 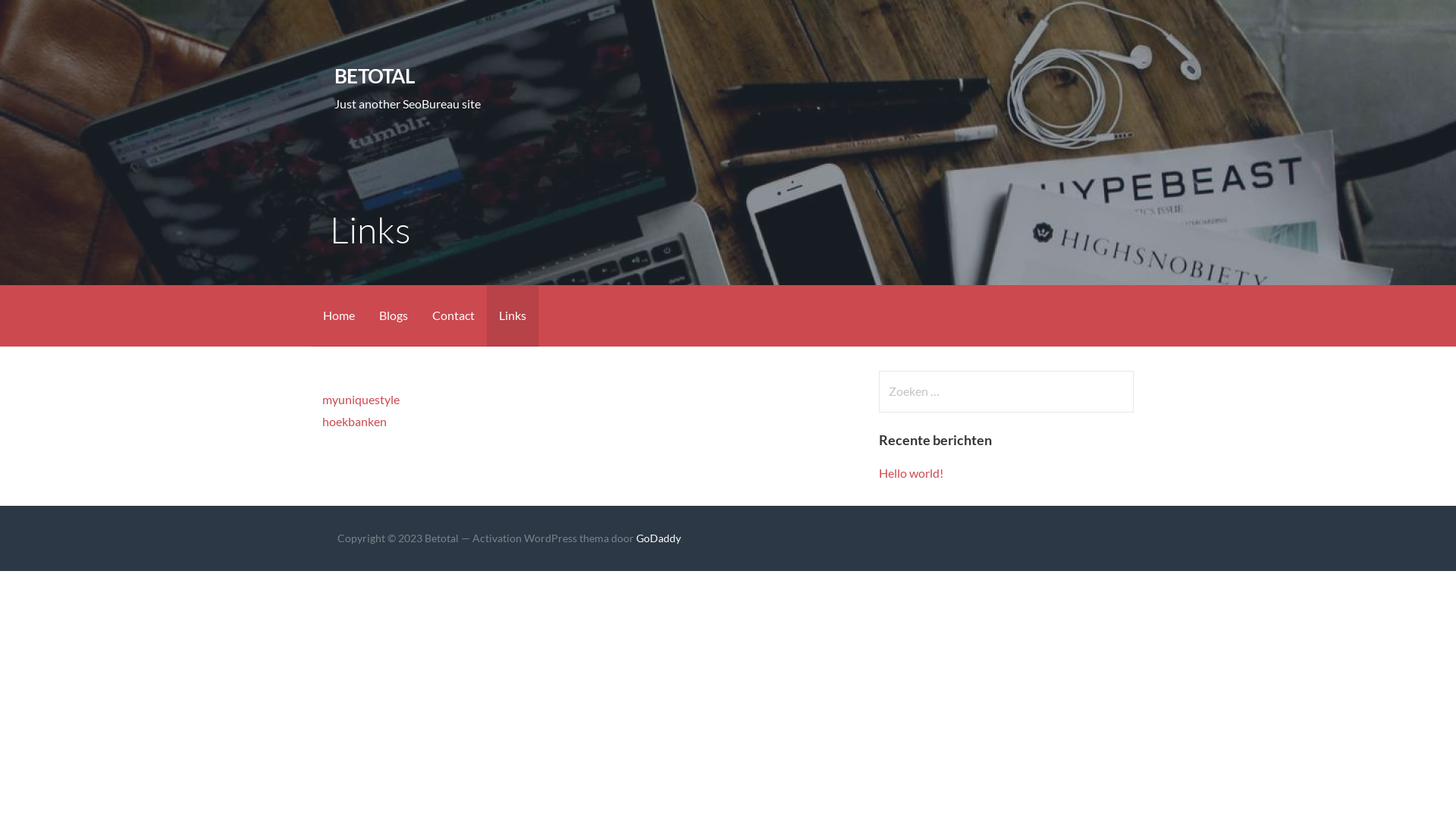 What do you see at coordinates (513, 315) in the screenshot?
I see `'Links'` at bounding box center [513, 315].